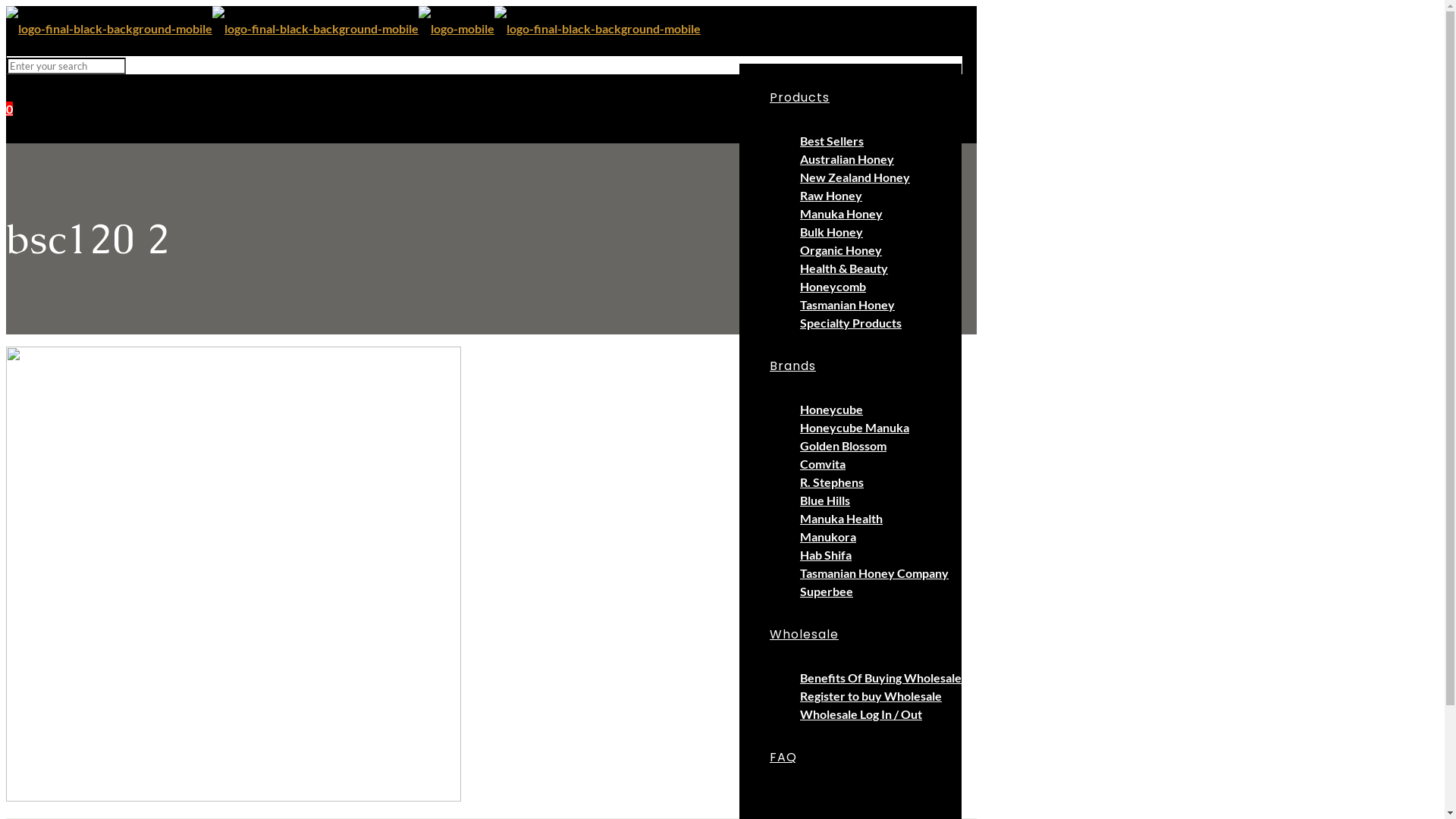 The height and width of the screenshot is (819, 1456). Describe the element at coordinates (831, 482) in the screenshot. I see `'R. Stephens'` at that location.